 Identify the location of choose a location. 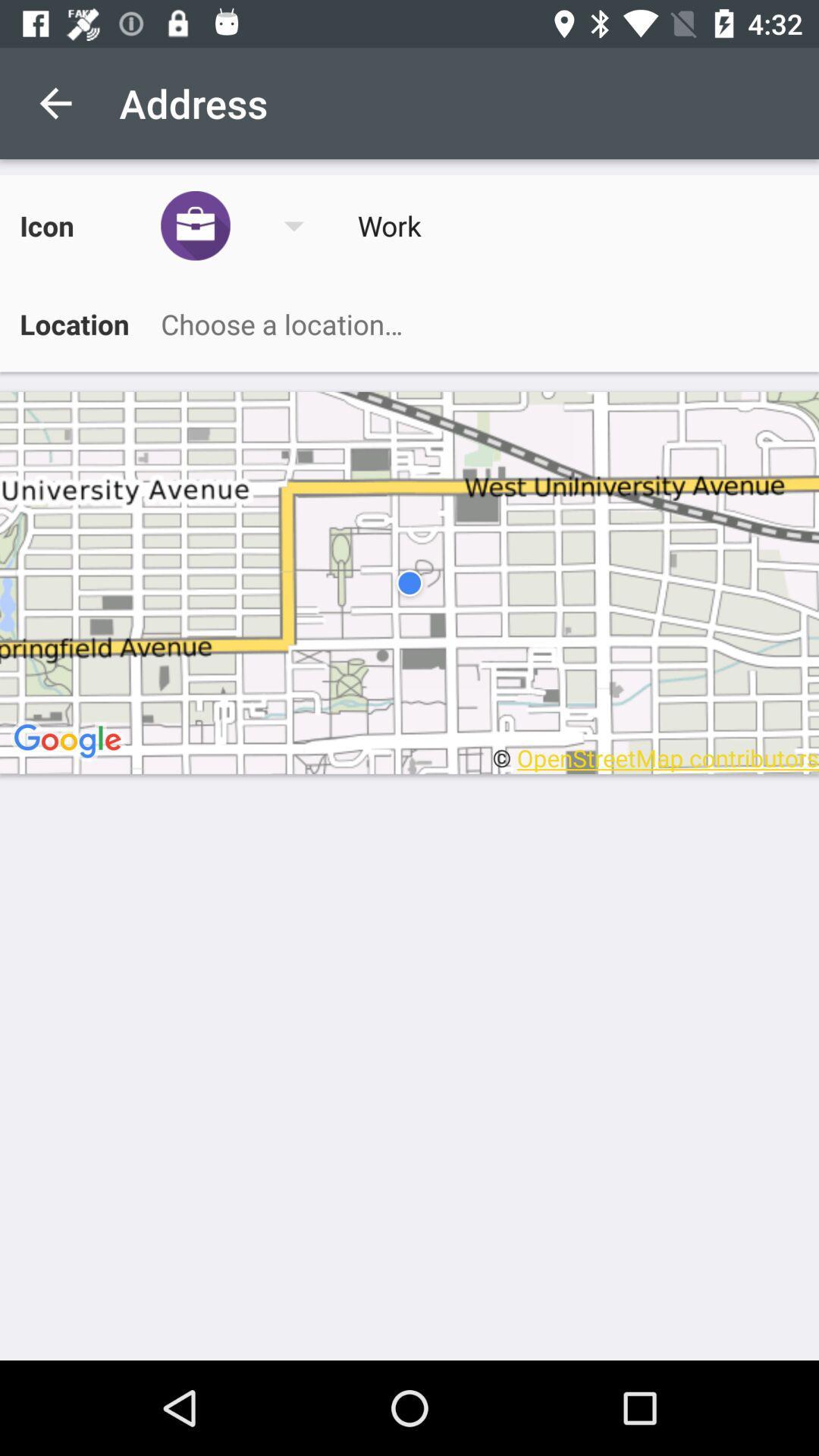
(471, 323).